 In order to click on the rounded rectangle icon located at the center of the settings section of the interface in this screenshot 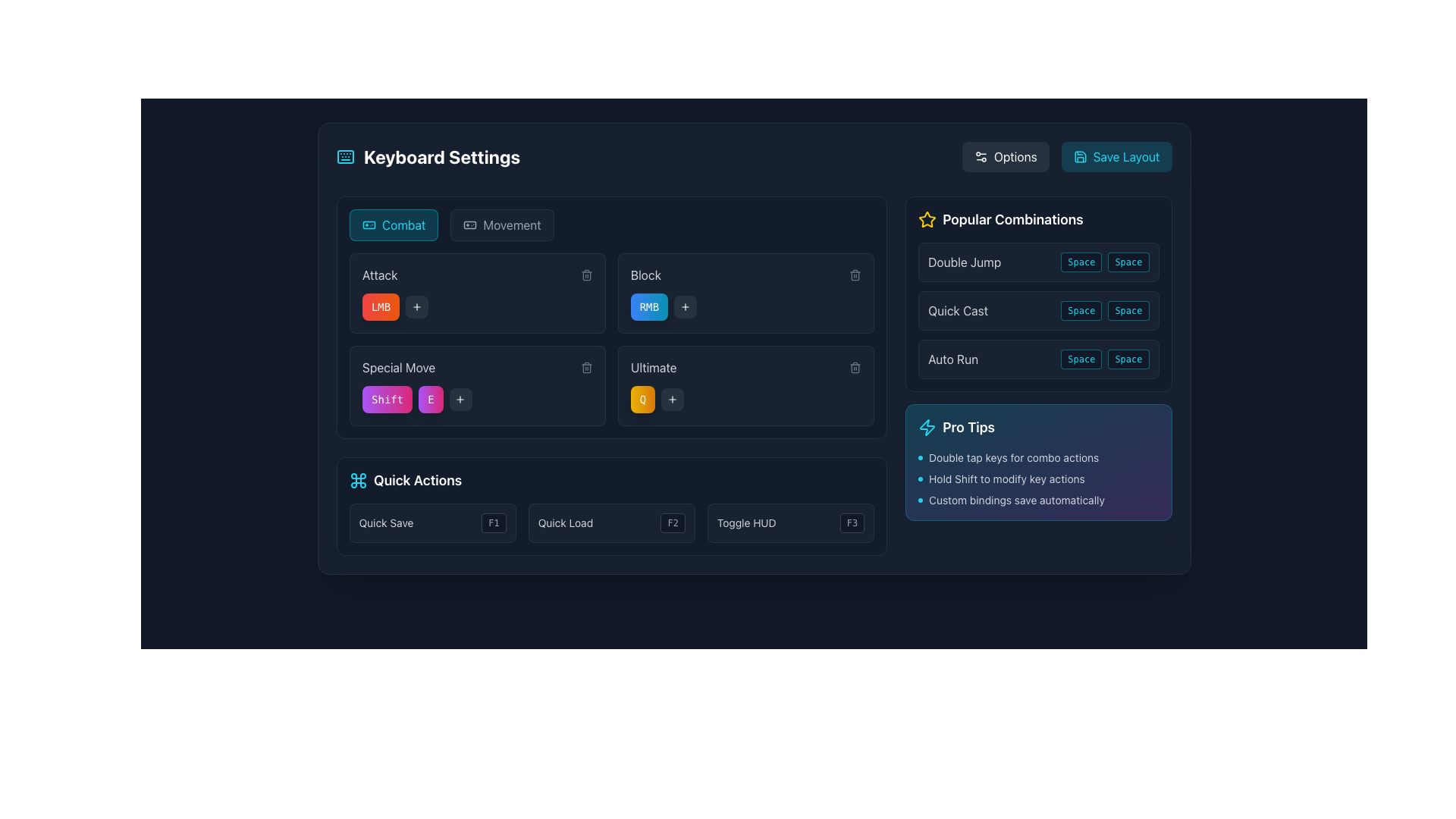, I will do `click(369, 225)`.